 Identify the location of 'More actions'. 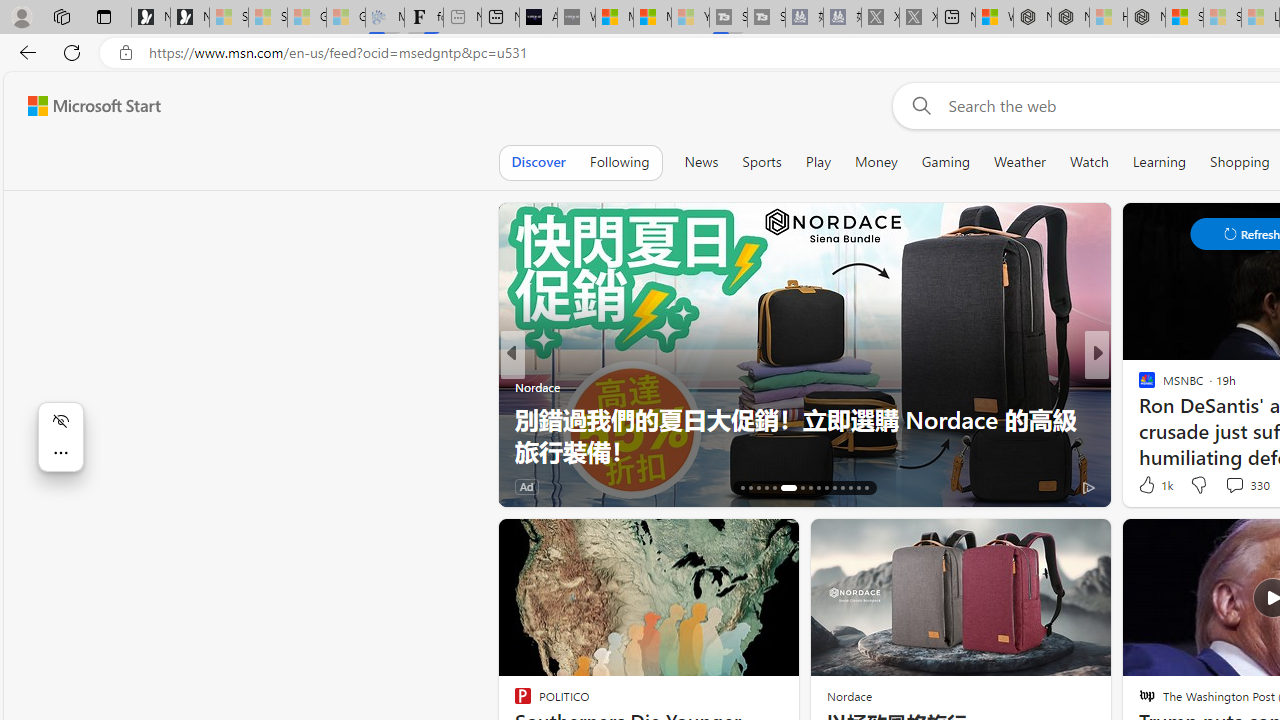
(60, 452).